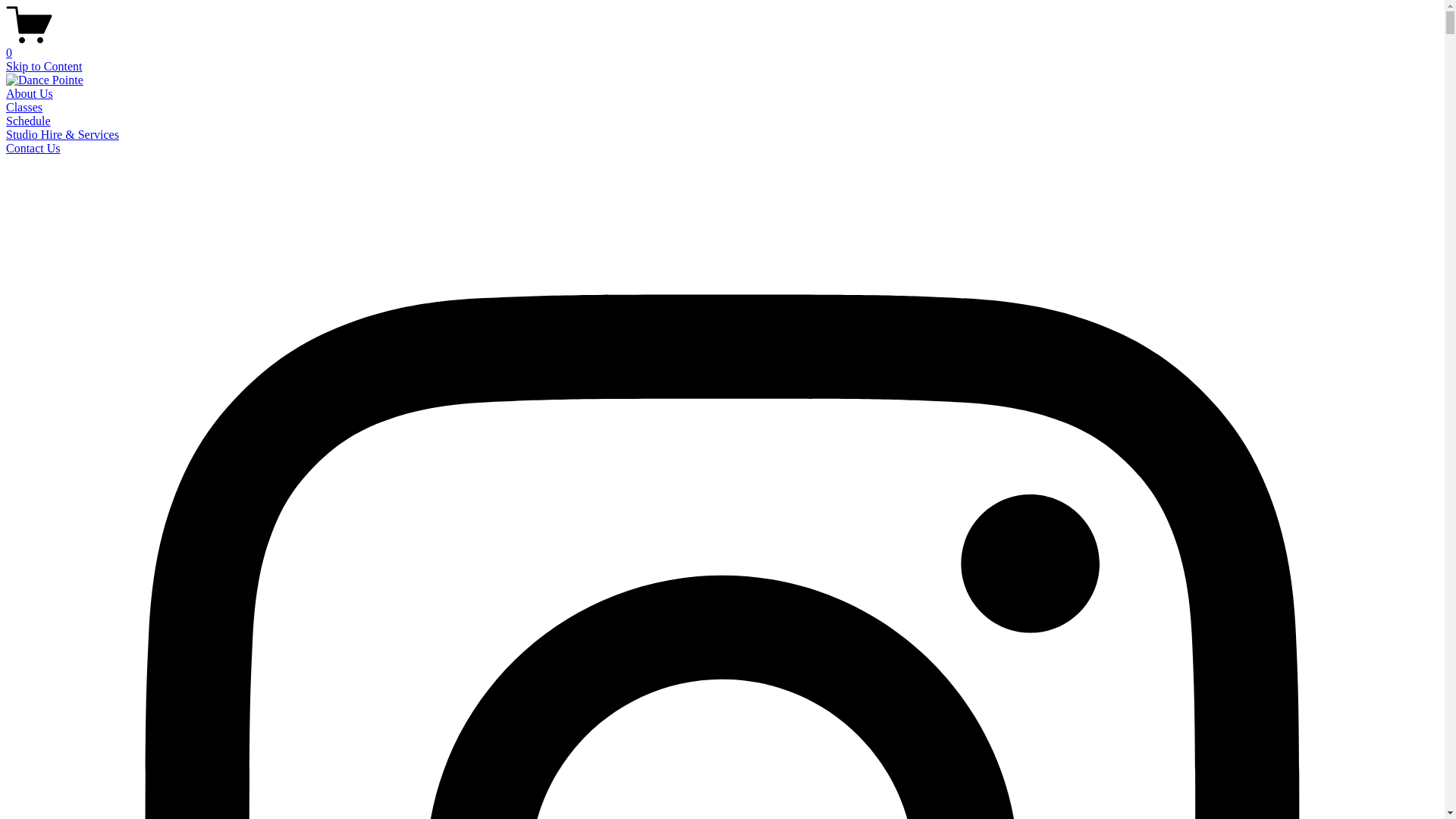 The width and height of the screenshot is (1456, 819). I want to click on 'Schedule', so click(28, 120).